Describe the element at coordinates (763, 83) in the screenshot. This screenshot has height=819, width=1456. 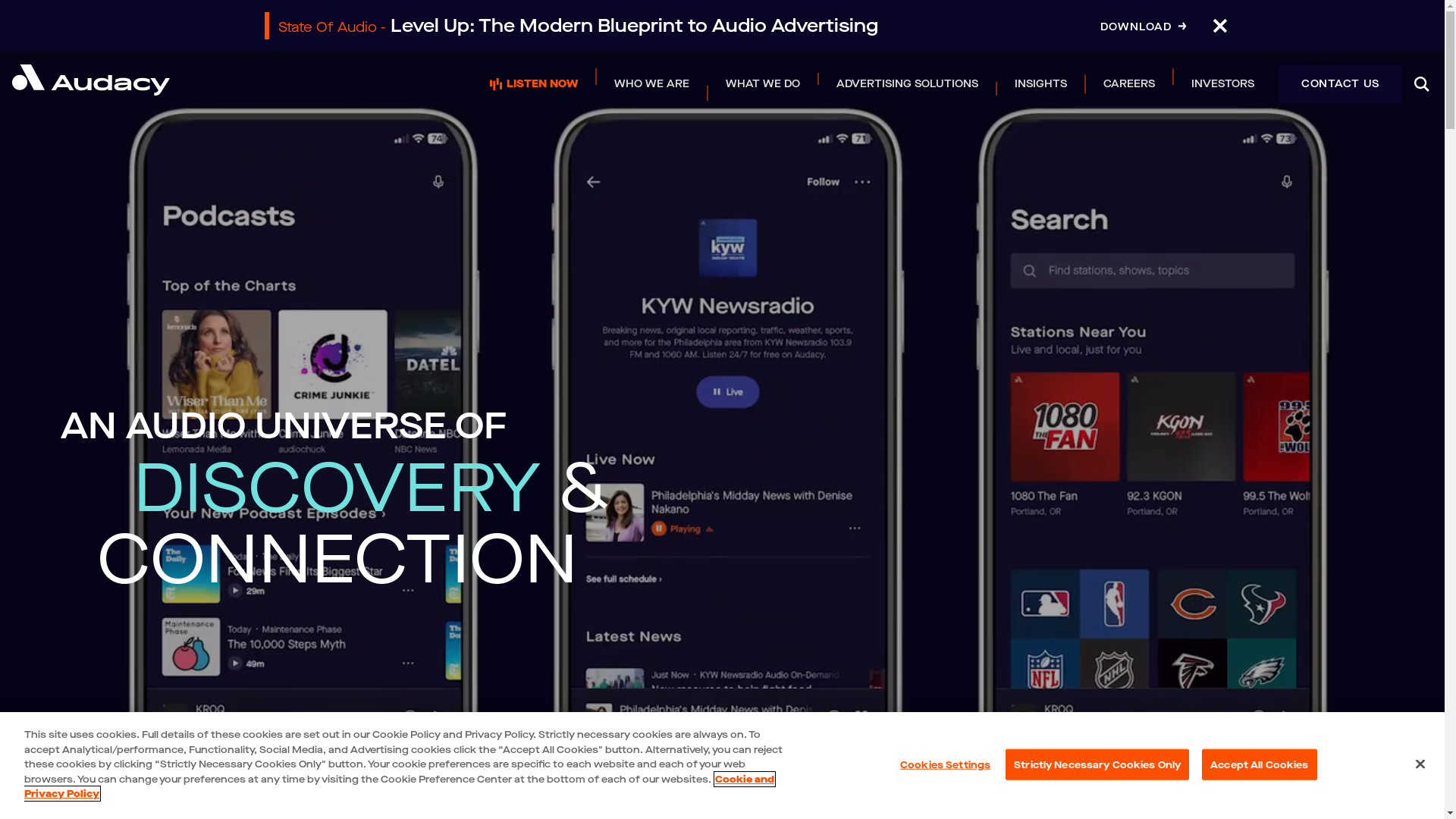
I see `'WHAT WE DO'` at that location.